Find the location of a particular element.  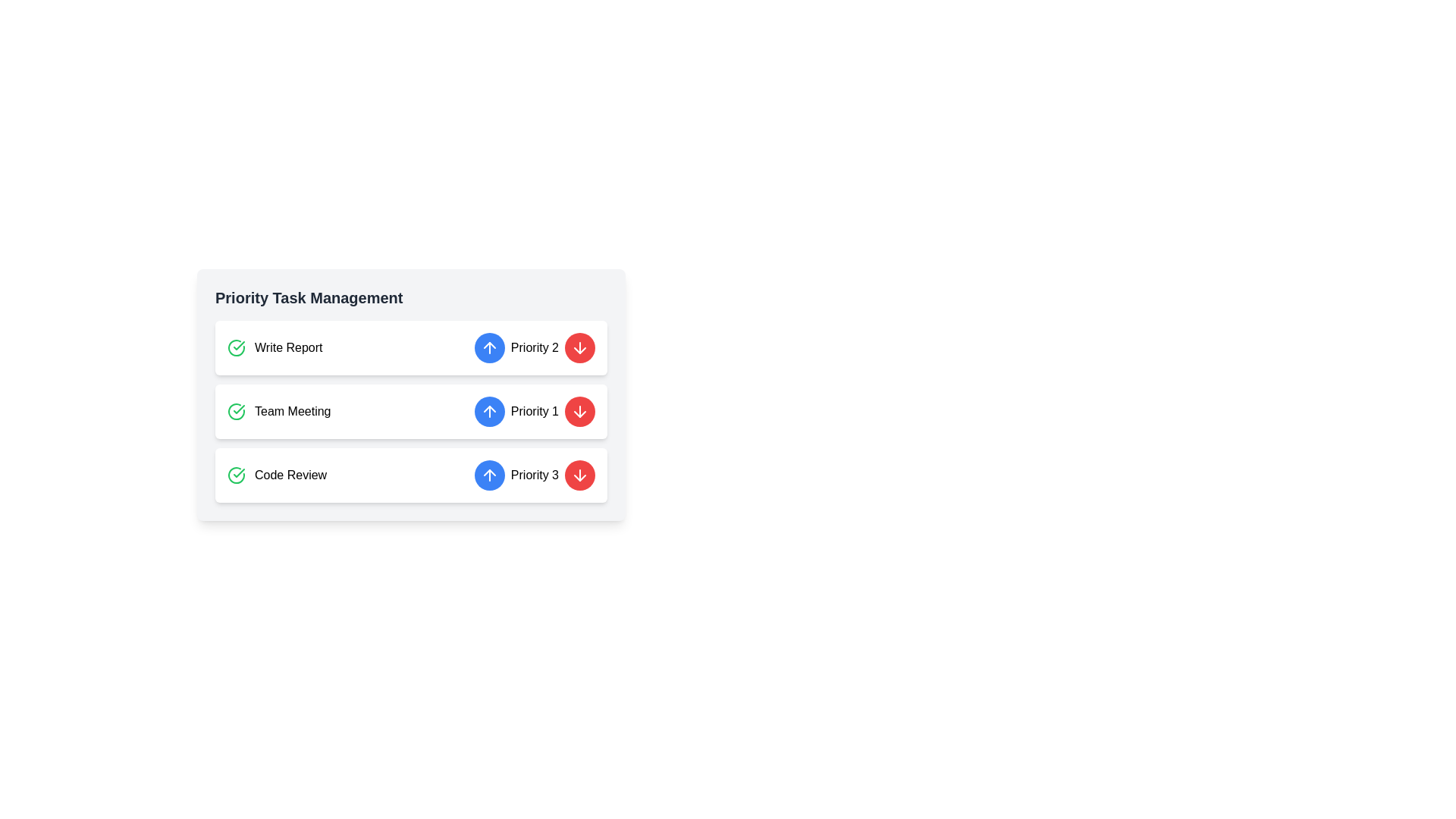

the Circular downward-pointing arrow button with a red background and white icon, located in the row labeled 'Priority 1' is located at coordinates (579, 412).